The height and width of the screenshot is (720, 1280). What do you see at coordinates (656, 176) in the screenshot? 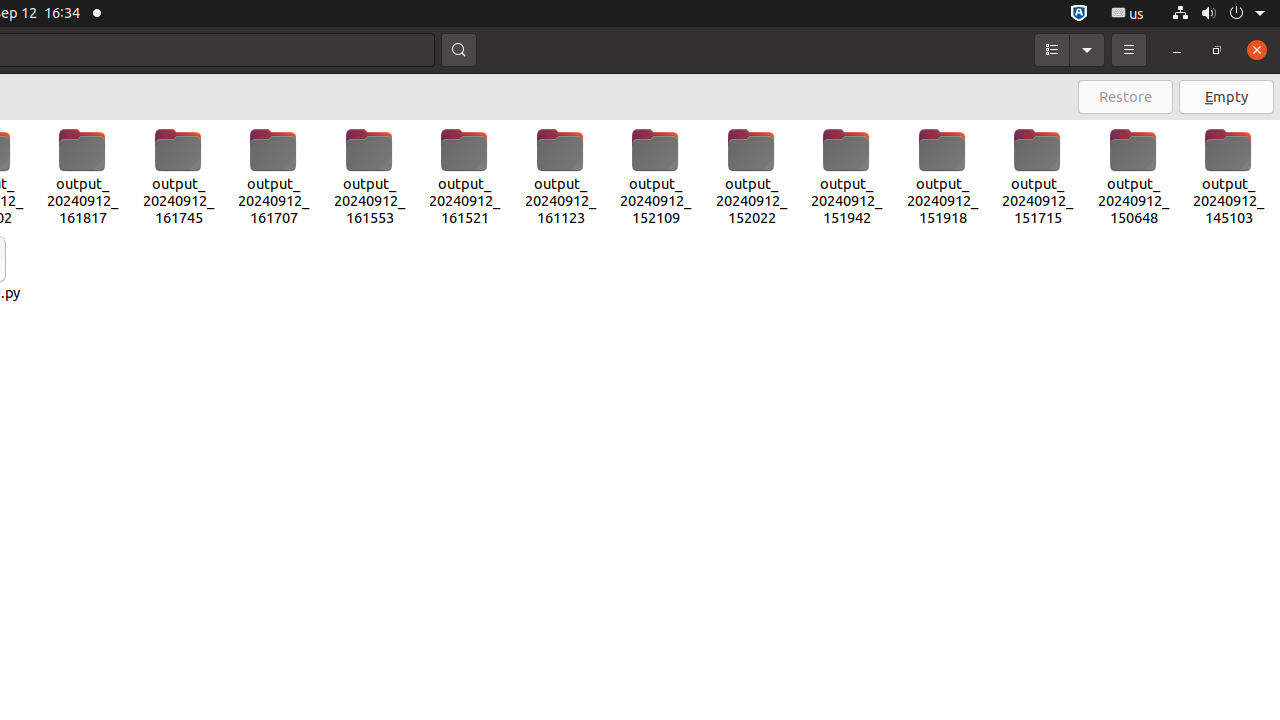
I see `'output_20240912_152109'` at bounding box center [656, 176].